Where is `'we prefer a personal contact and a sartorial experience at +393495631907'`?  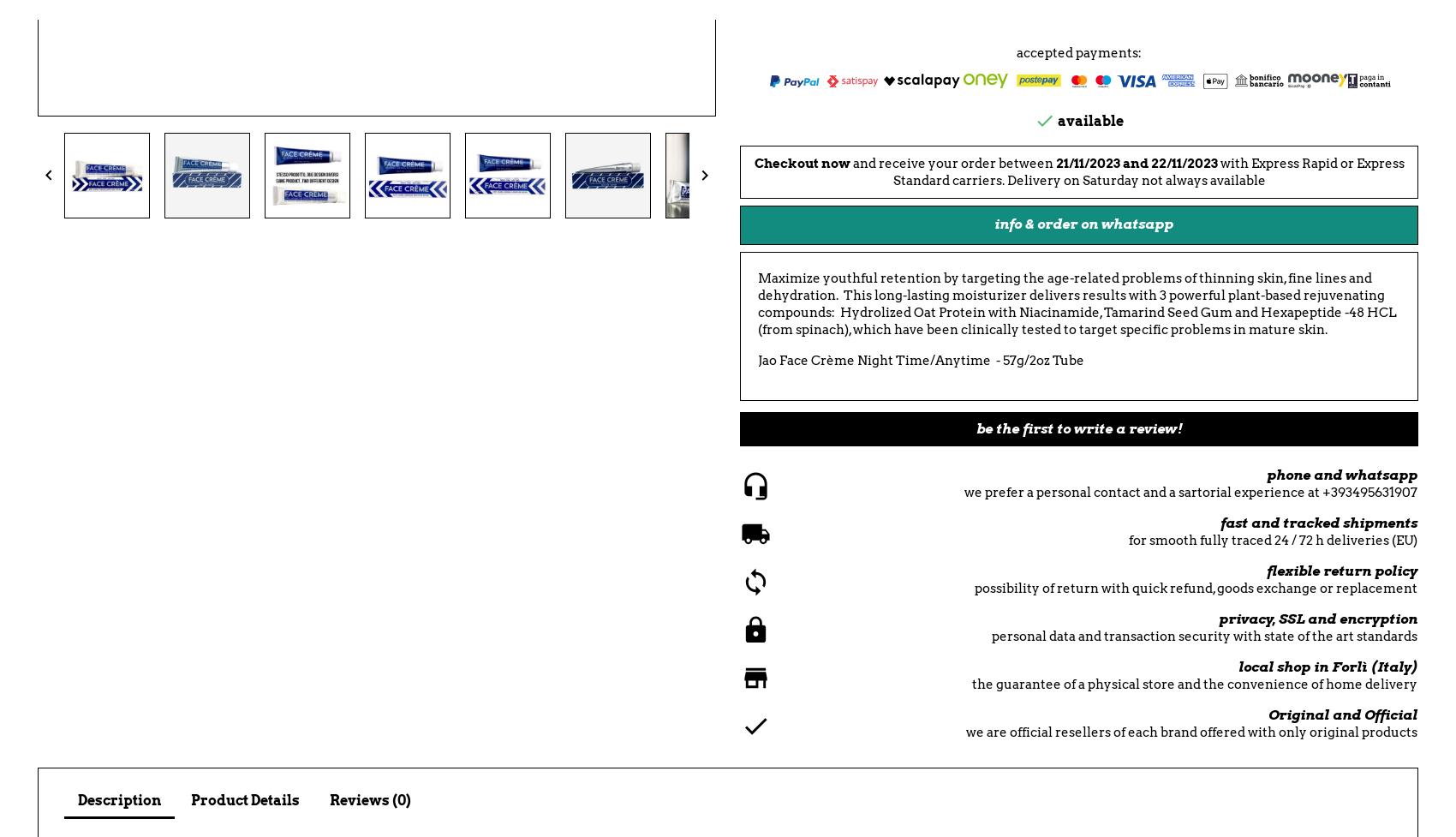
'we prefer a personal contact and a sartorial experience at +393495631907' is located at coordinates (1190, 491).